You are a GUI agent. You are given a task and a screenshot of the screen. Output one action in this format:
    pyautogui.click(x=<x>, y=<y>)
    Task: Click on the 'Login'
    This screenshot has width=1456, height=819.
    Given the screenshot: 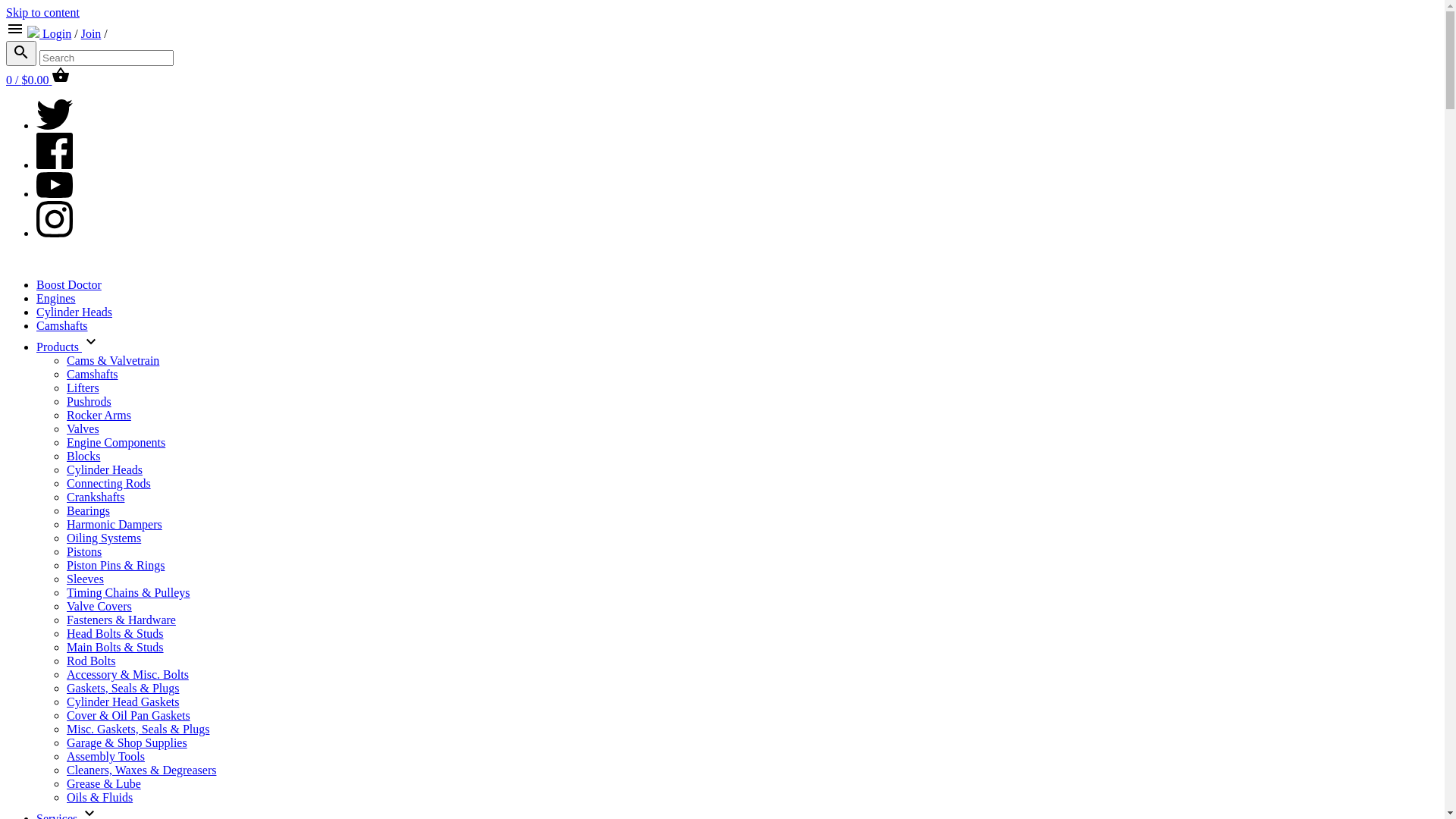 What is the action you would take?
    pyautogui.click(x=57, y=33)
    